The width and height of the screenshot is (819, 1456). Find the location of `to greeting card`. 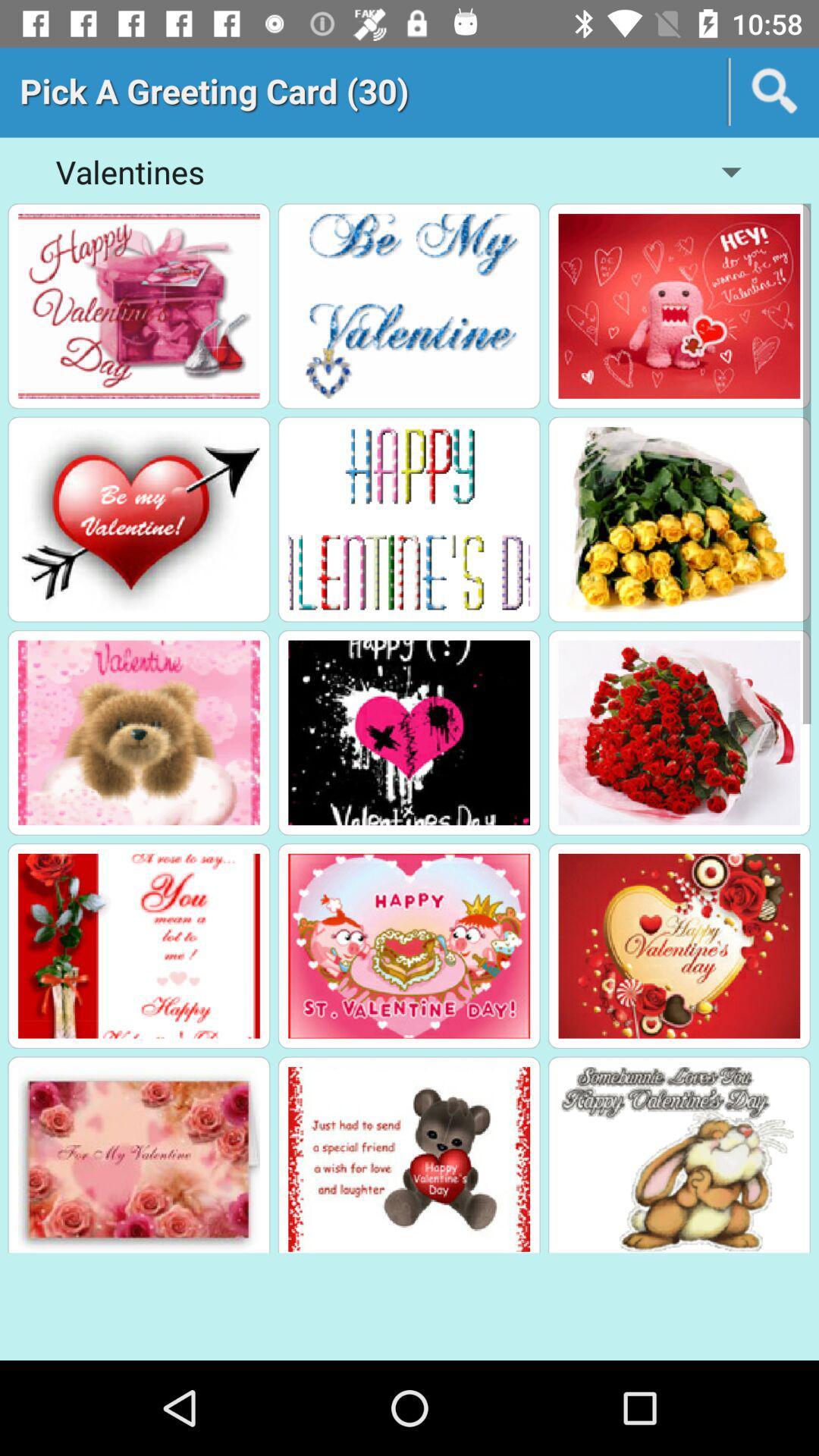

to greeting card is located at coordinates (678, 305).